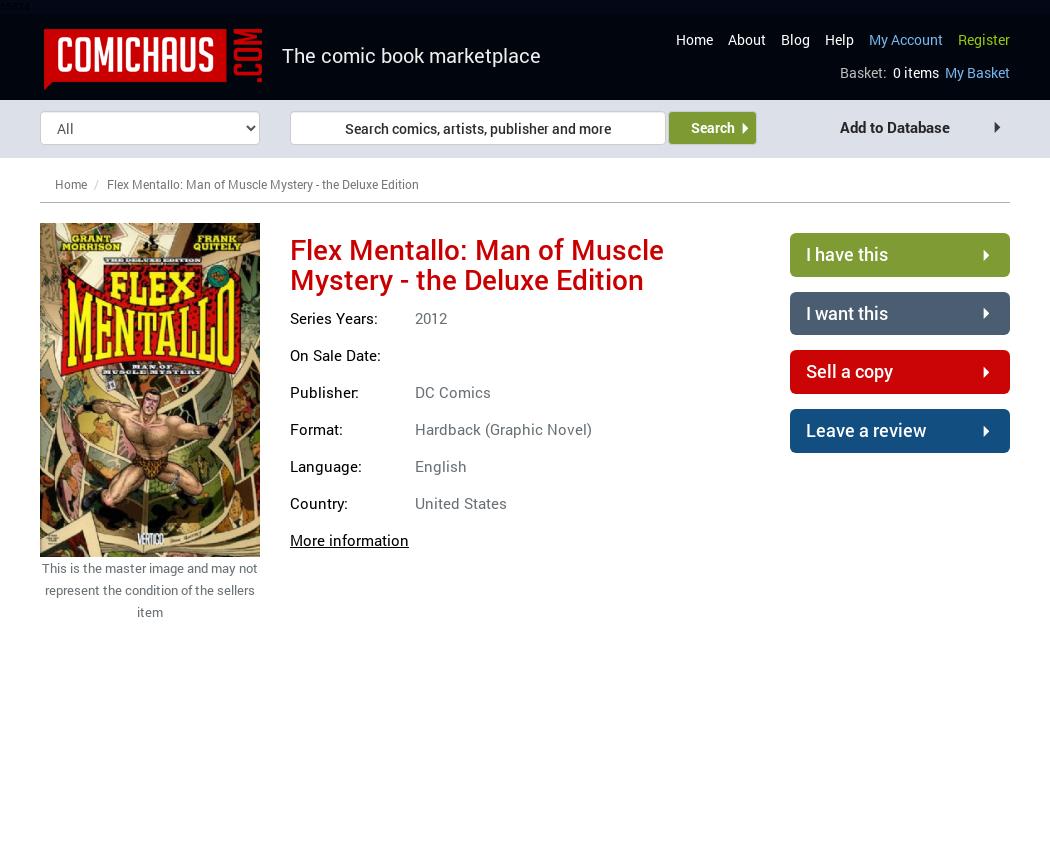 This screenshot has height=856, width=1050. I want to click on 'Basket:', so click(862, 72).